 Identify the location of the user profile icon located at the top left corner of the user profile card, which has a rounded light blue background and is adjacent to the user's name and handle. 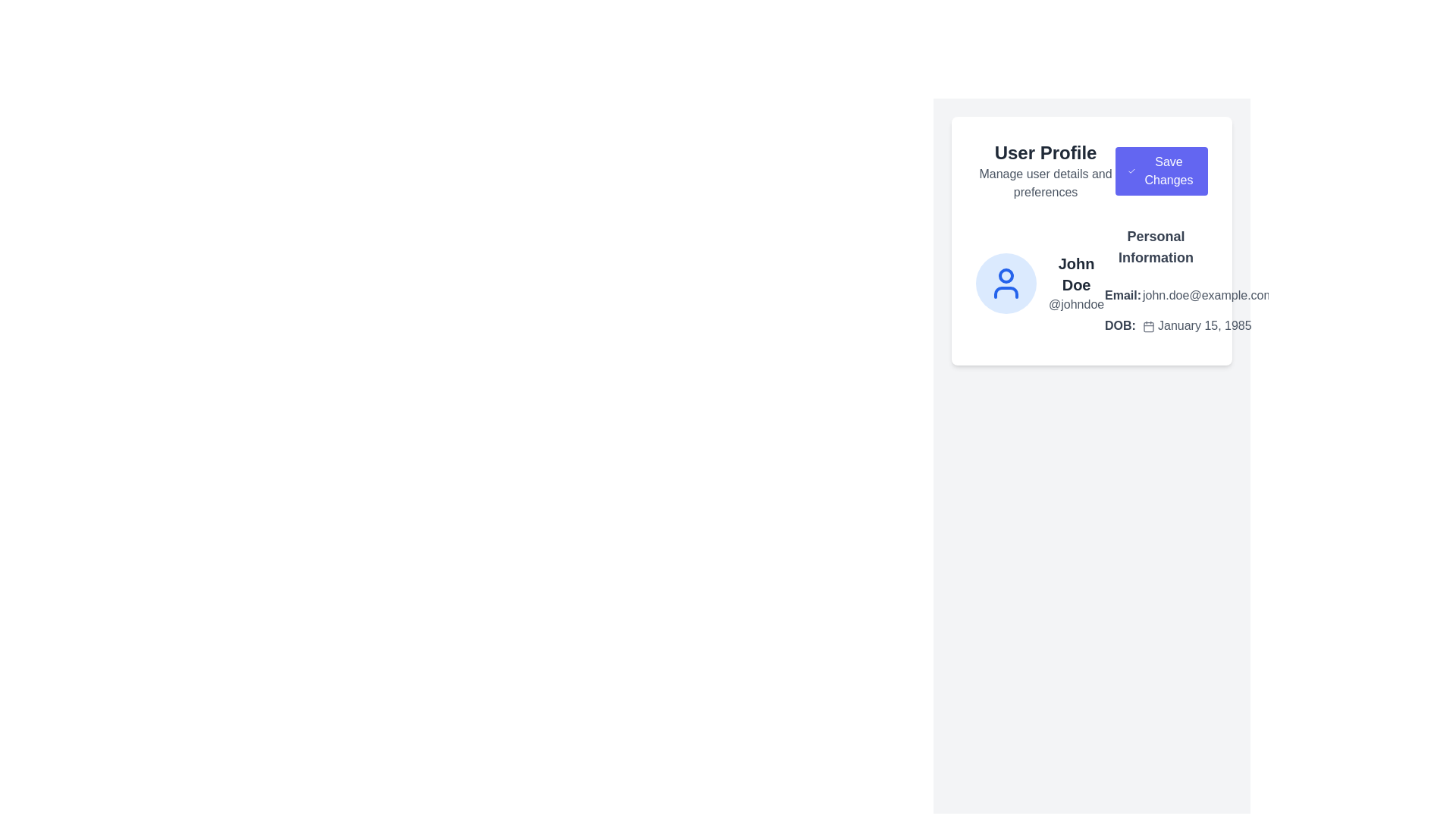
(1006, 284).